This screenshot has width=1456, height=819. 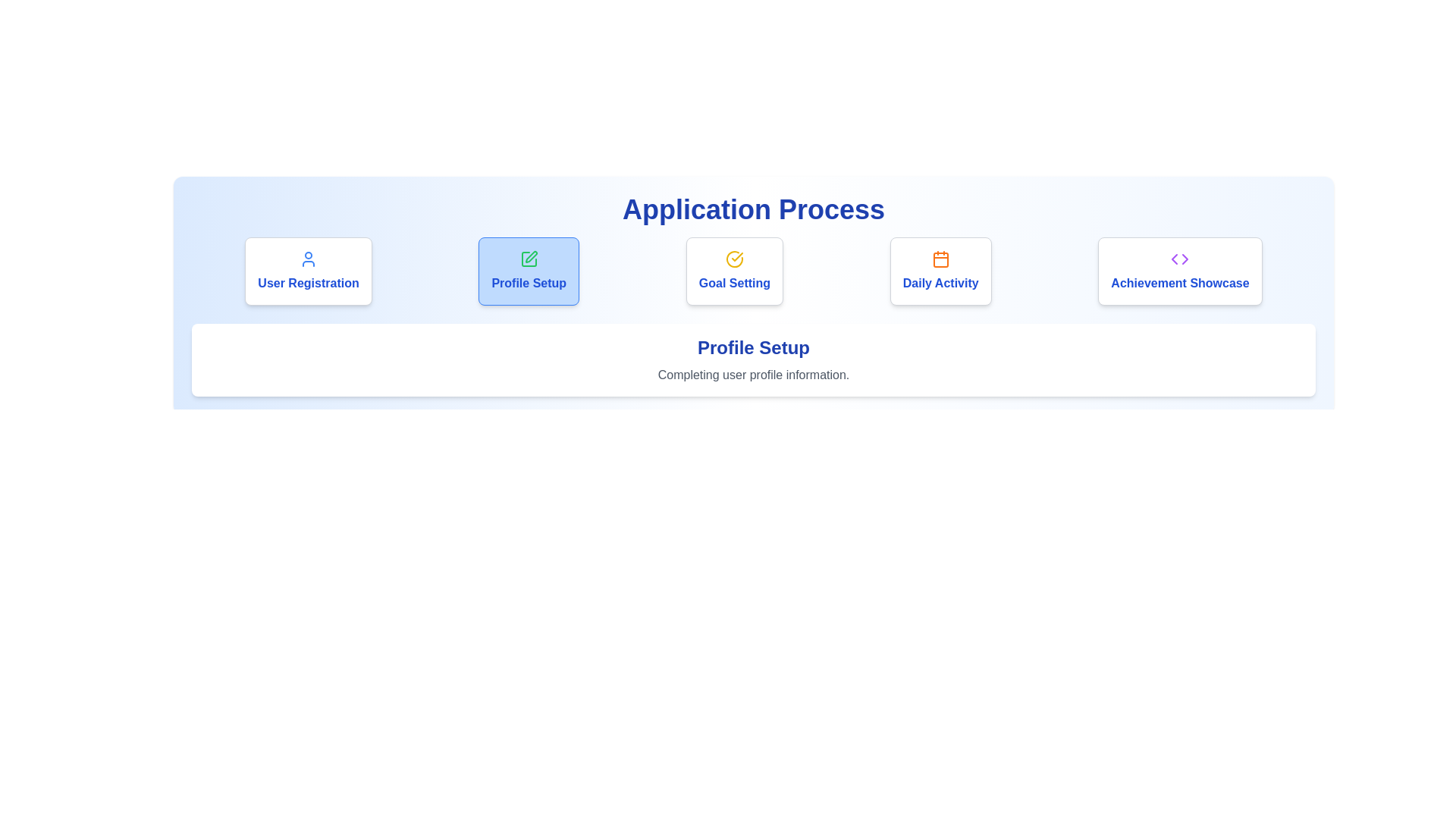 What do you see at coordinates (753, 348) in the screenshot?
I see `the 'Profile Setup' text label which is styled with a large bold font in blue color, located below the 'Application Process' title` at bounding box center [753, 348].